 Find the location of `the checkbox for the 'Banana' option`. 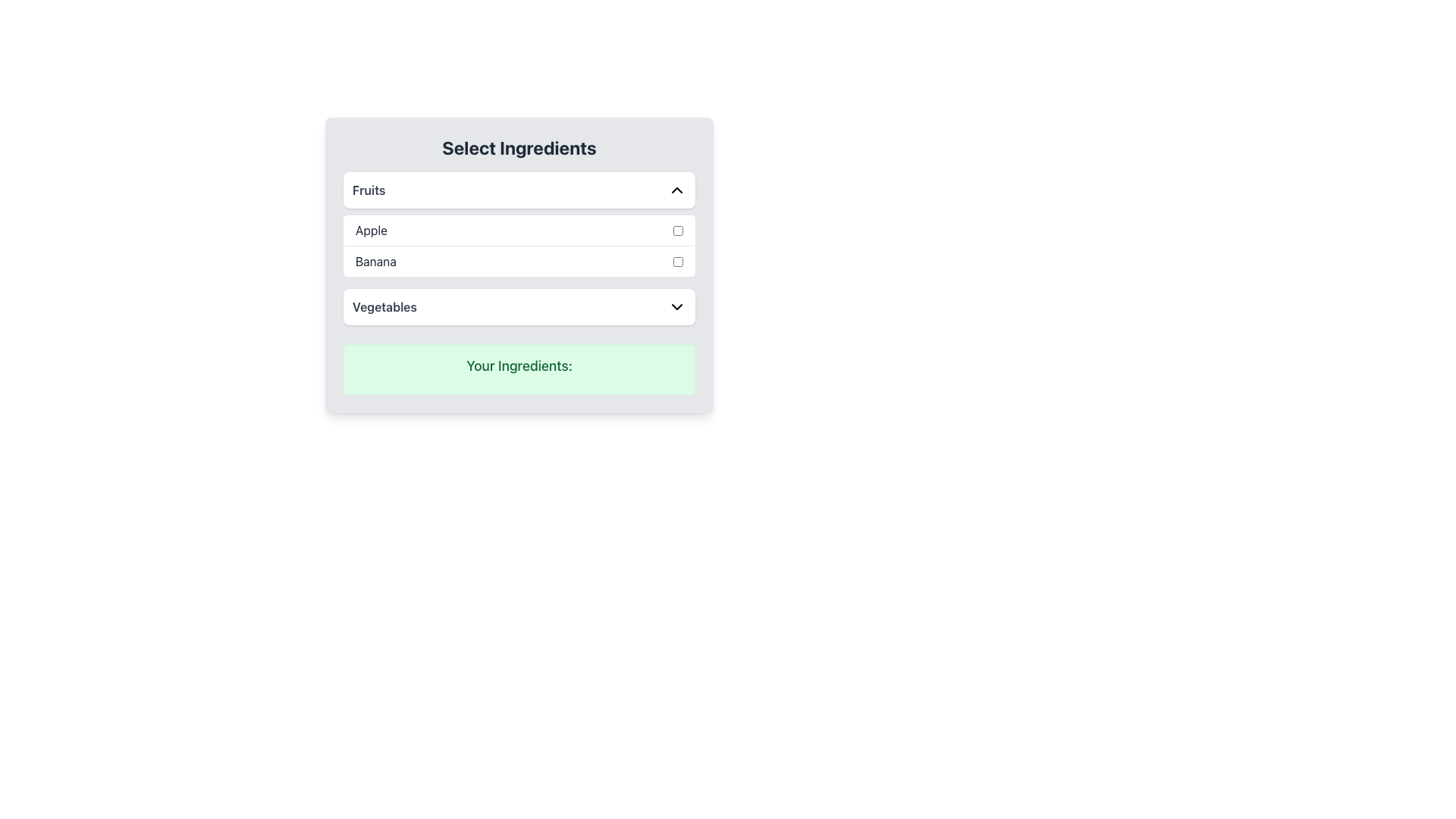

the checkbox for the 'Banana' option is located at coordinates (677, 260).